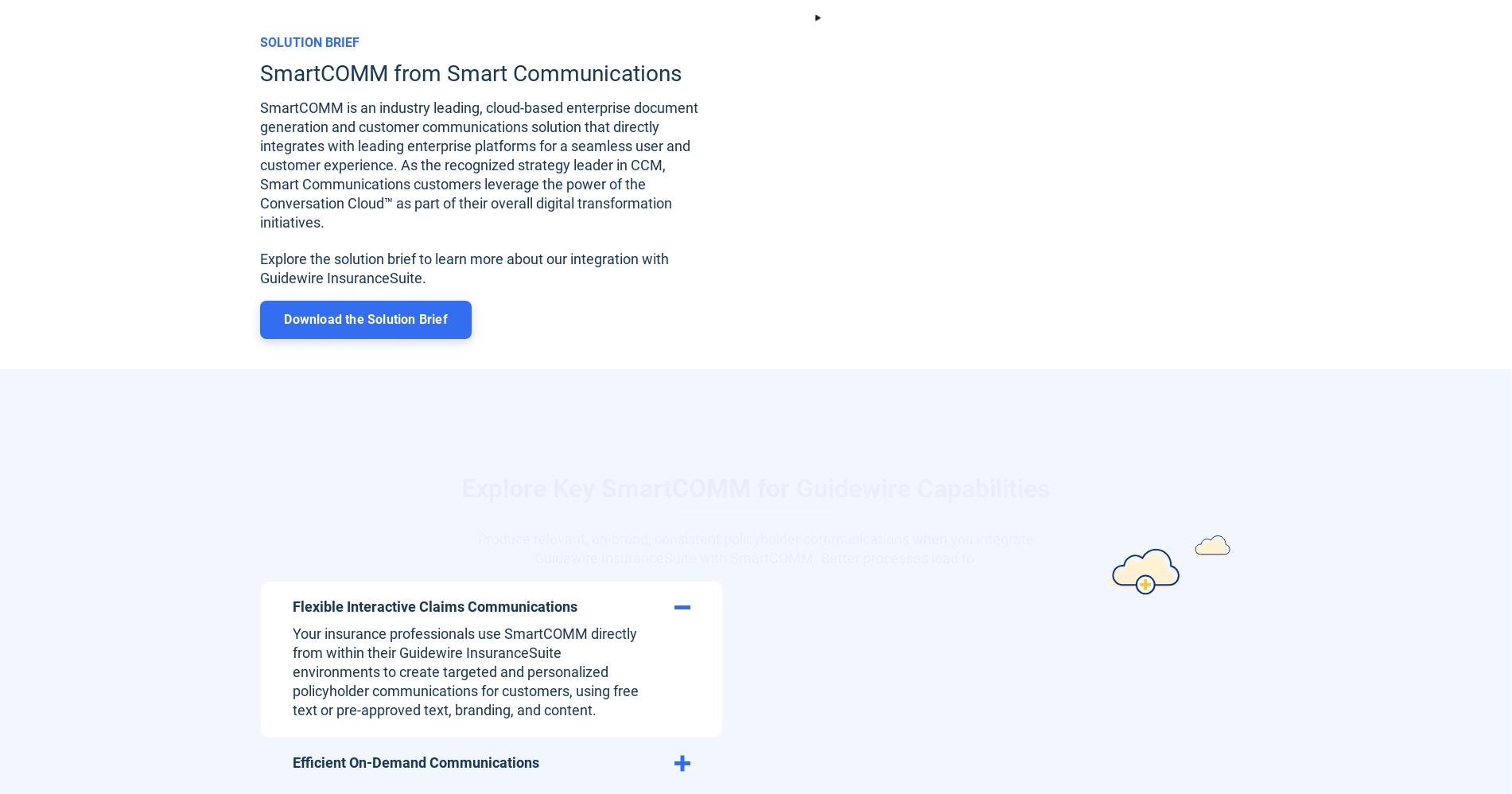 This screenshot has width=1512, height=794. What do you see at coordinates (478, 164) in the screenshot?
I see `'SmartCOMM is an industry leading, cloud-based enterprise document generation and customer communications solution that directly integrates with leading enterprise platforms for a seamless user and customer experience. As the recognized strategy leader in CCM, Smart Communications customers leverage the power of the Conversation Cloud™ as part of their overall digital transformation initiatives.'` at bounding box center [478, 164].